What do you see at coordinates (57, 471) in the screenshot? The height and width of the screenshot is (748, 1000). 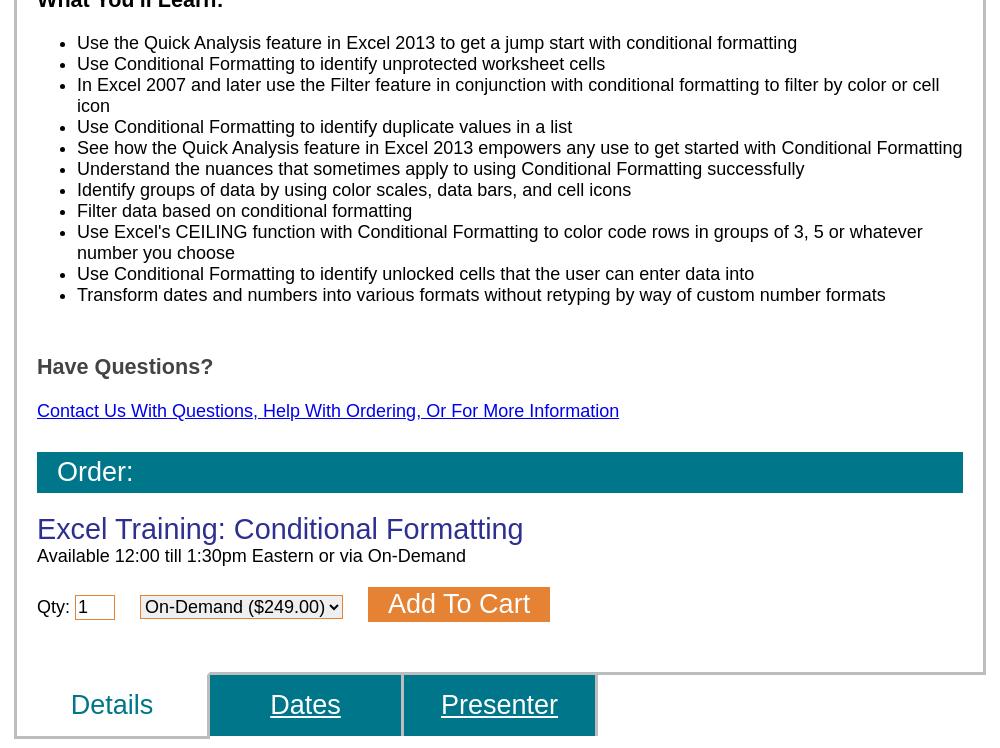 I see `'Order:'` at bounding box center [57, 471].